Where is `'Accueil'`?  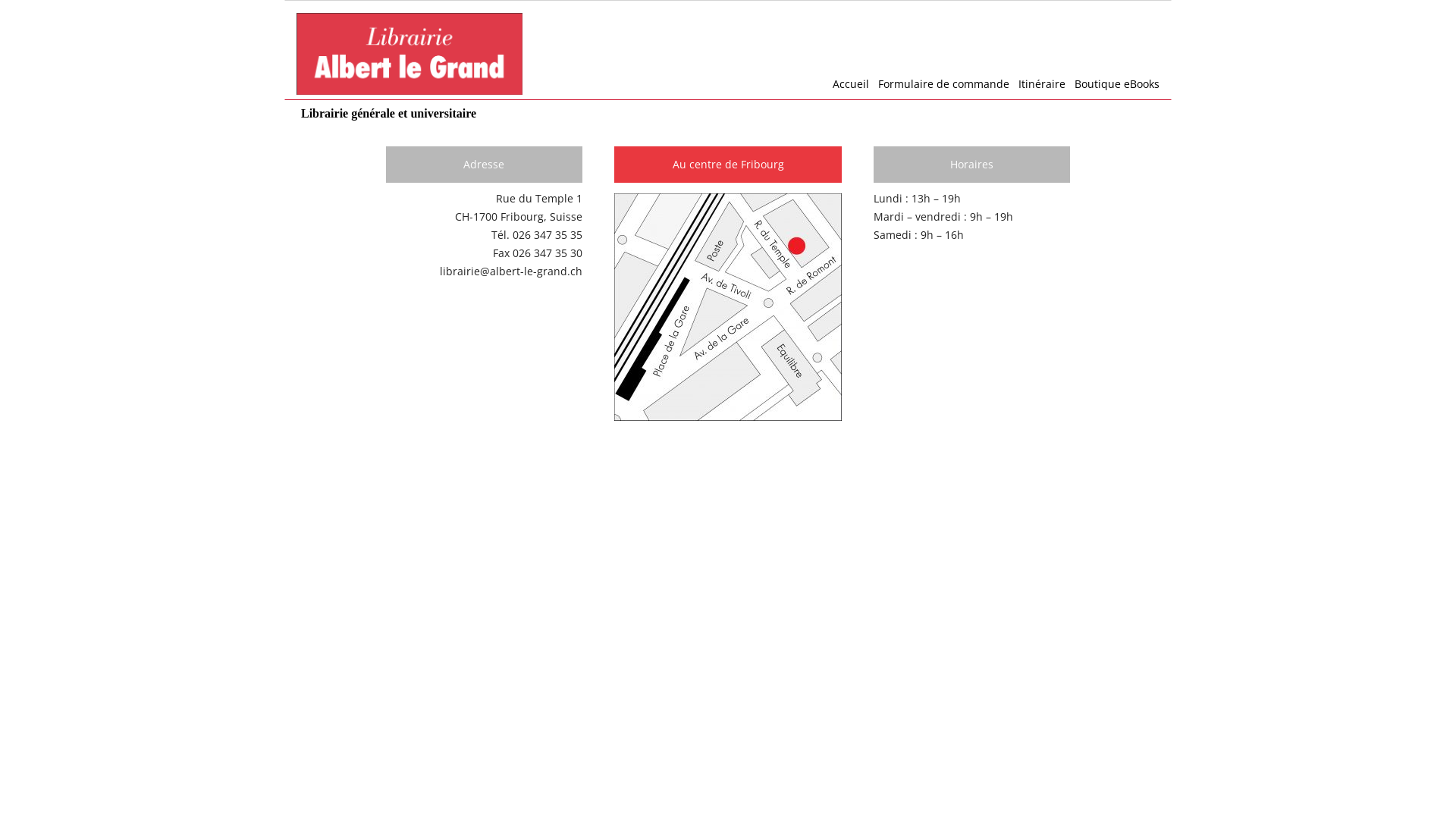 'Accueil' is located at coordinates (846, 84).